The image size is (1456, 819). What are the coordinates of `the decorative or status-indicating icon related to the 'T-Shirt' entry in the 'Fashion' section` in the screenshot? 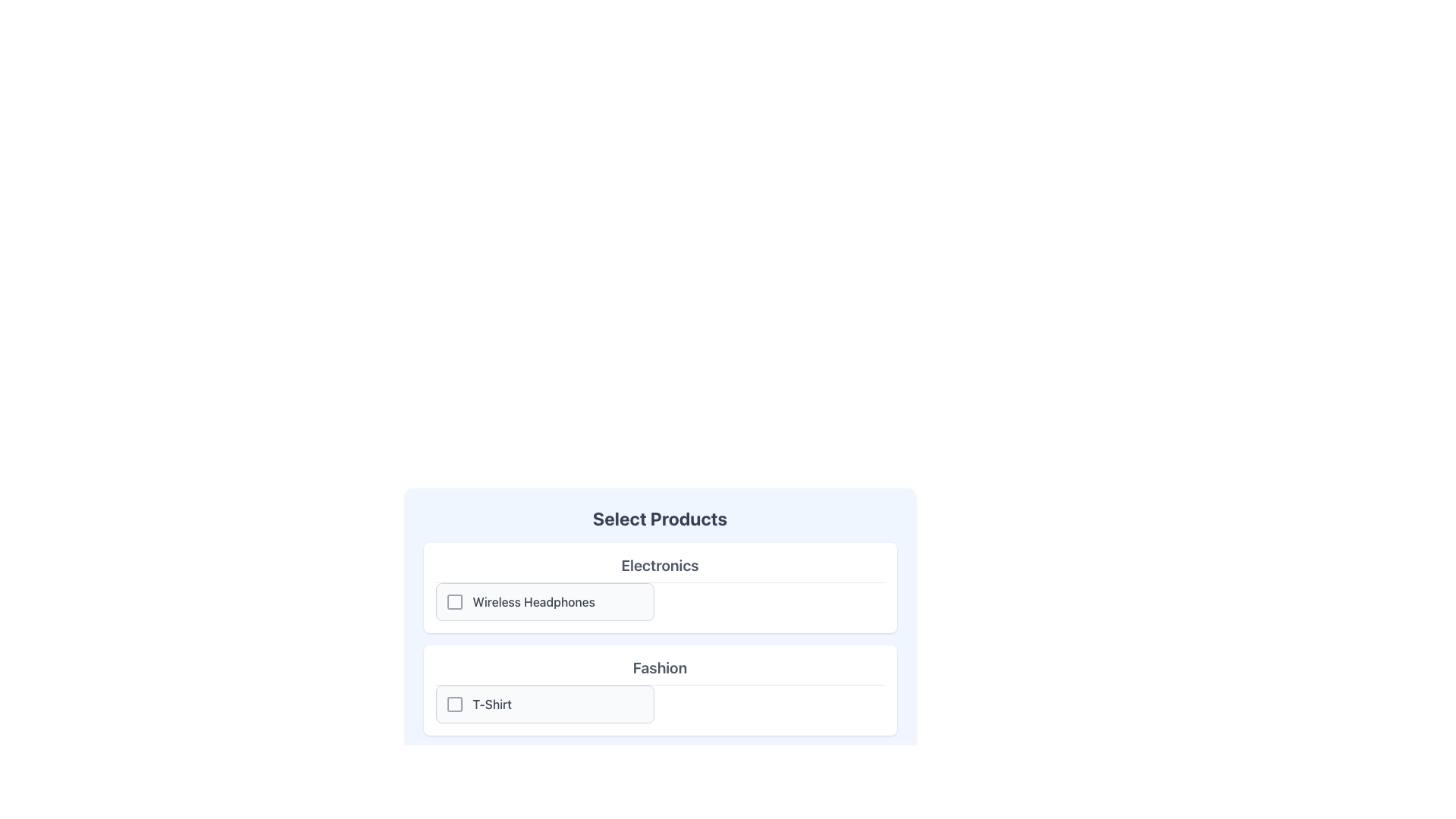 It's located at (453, 704).